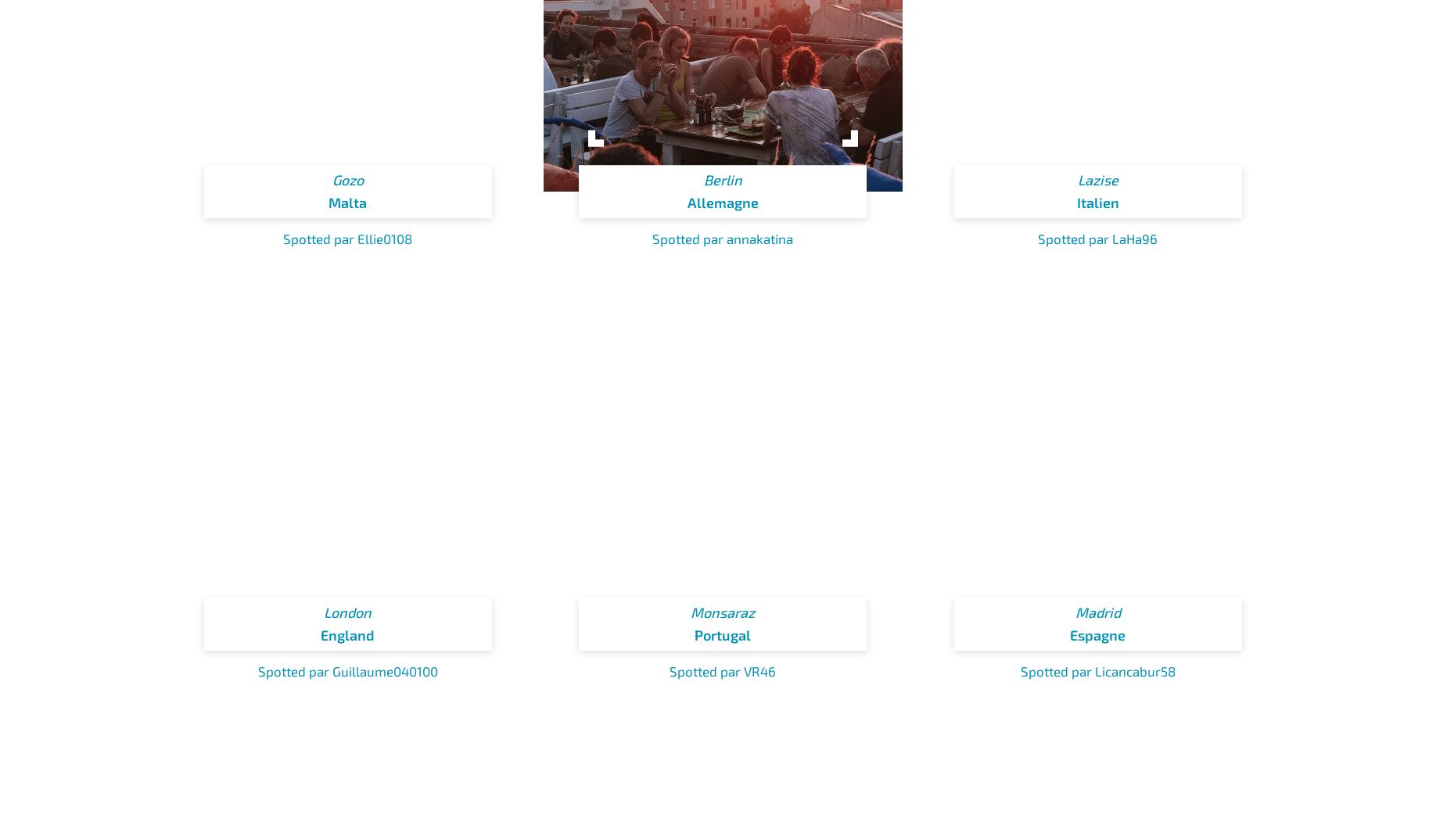 Image resolution: width=1447 pixels, height=840 pixels. What do you see at coordinates (346, 179) in the screenshot?
I see `'Gozo'` at bounding box center [346, 179].